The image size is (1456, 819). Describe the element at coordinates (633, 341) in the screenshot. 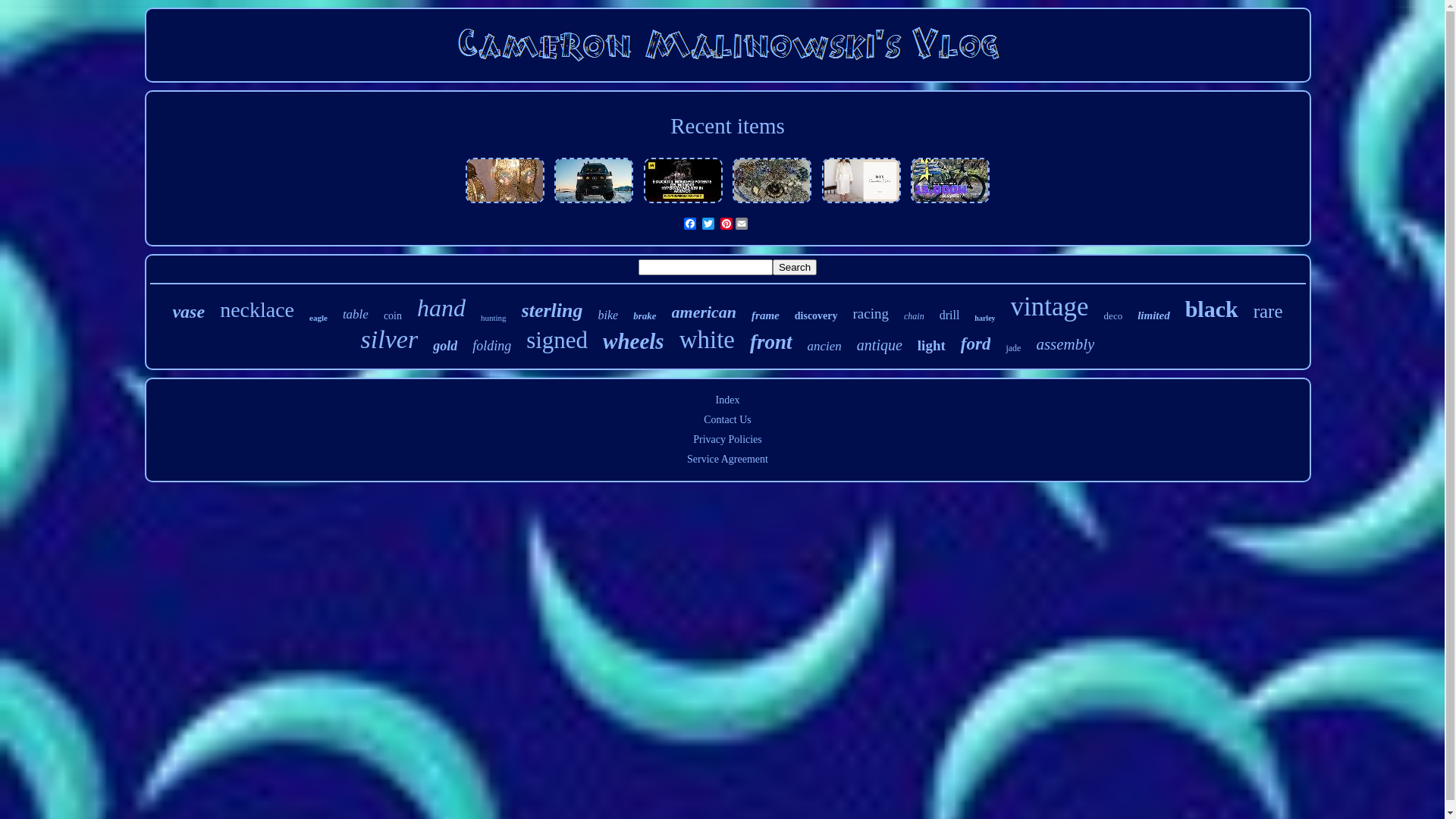

I see `'wheels'` at that location.